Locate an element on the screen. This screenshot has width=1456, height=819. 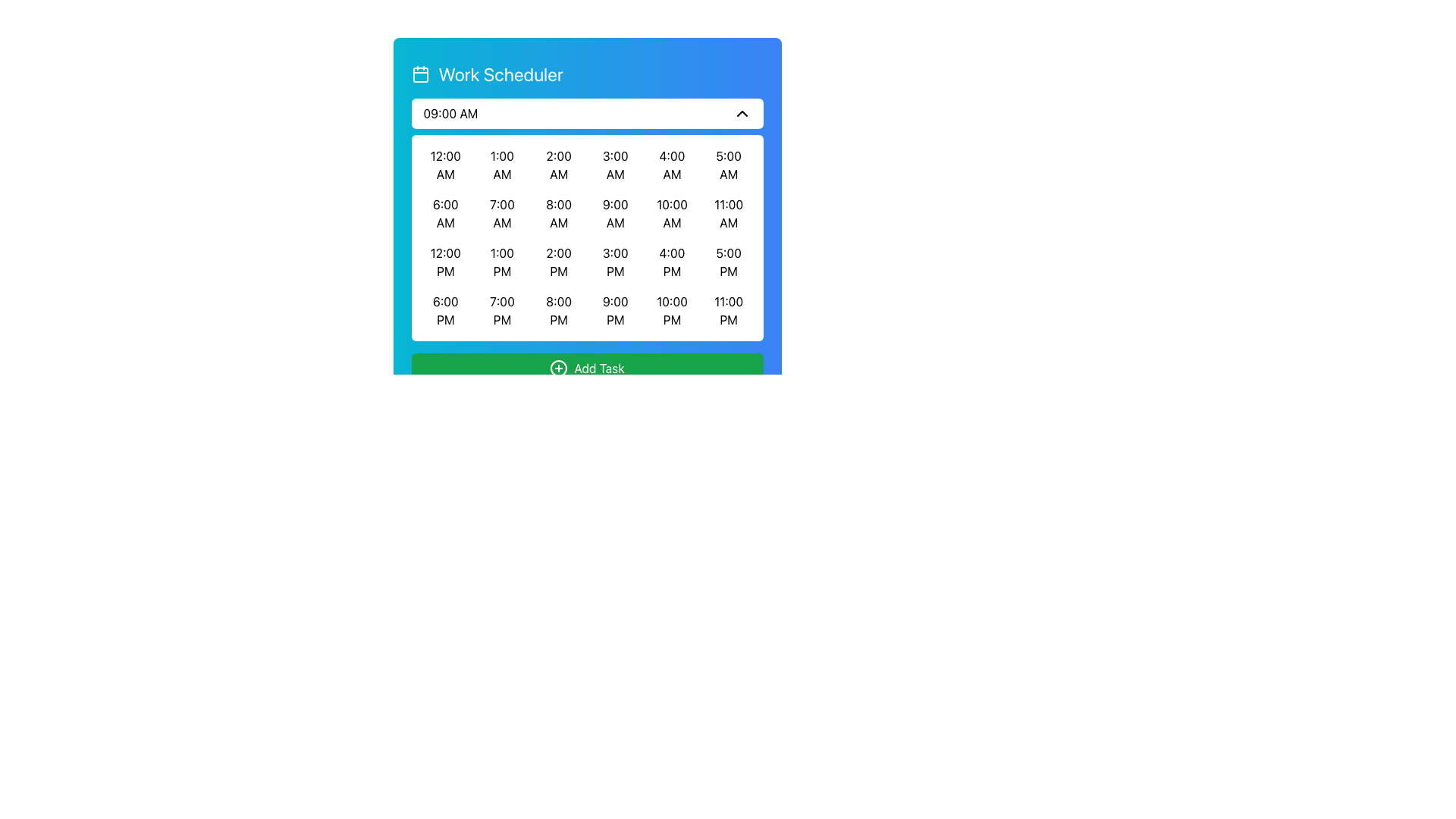
the '2:00 PM' selectable time slot in the third column of the third row of the Work Scheduler interface is located at coordinates (558, 262).